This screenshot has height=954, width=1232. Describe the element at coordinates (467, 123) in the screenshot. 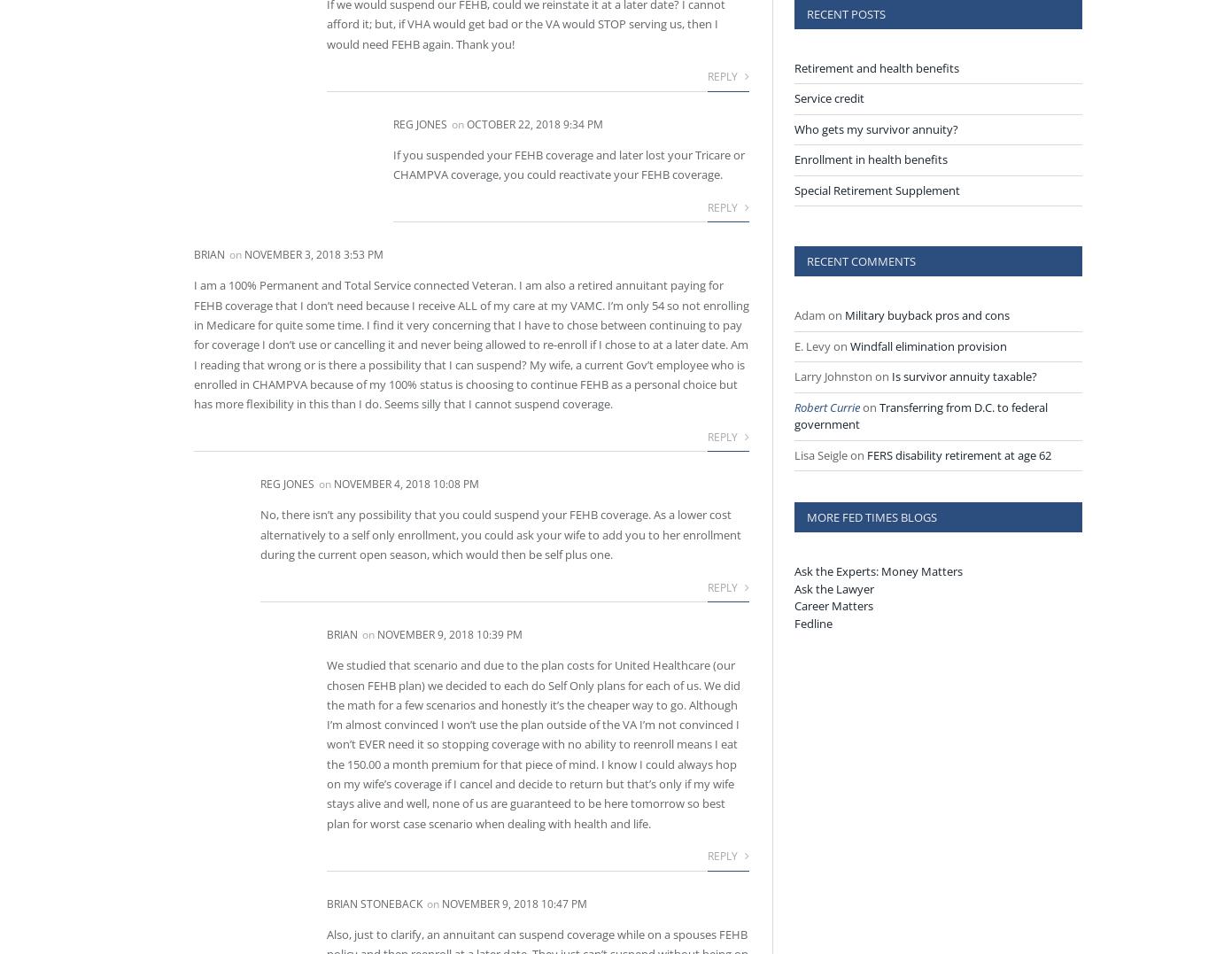

I see `'October 22, 2018 9:34 pm'` at that location.